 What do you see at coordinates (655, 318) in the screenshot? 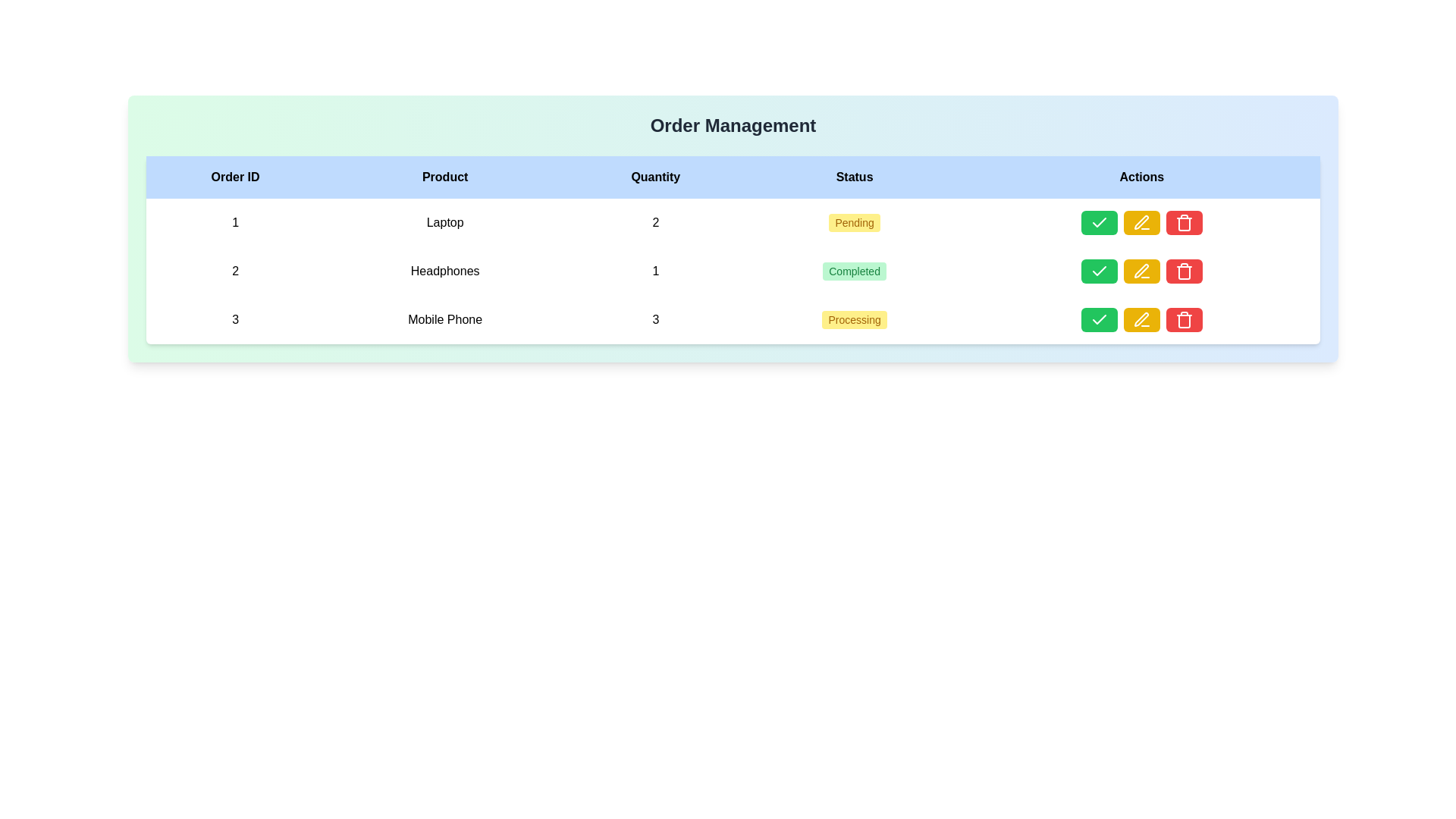
I see `the Text label displaying the number '3' in bold font, located in the third cell of the 'Quantity' column aligned with the 'Mobile Phone' row` at bounding box center [655, 318].